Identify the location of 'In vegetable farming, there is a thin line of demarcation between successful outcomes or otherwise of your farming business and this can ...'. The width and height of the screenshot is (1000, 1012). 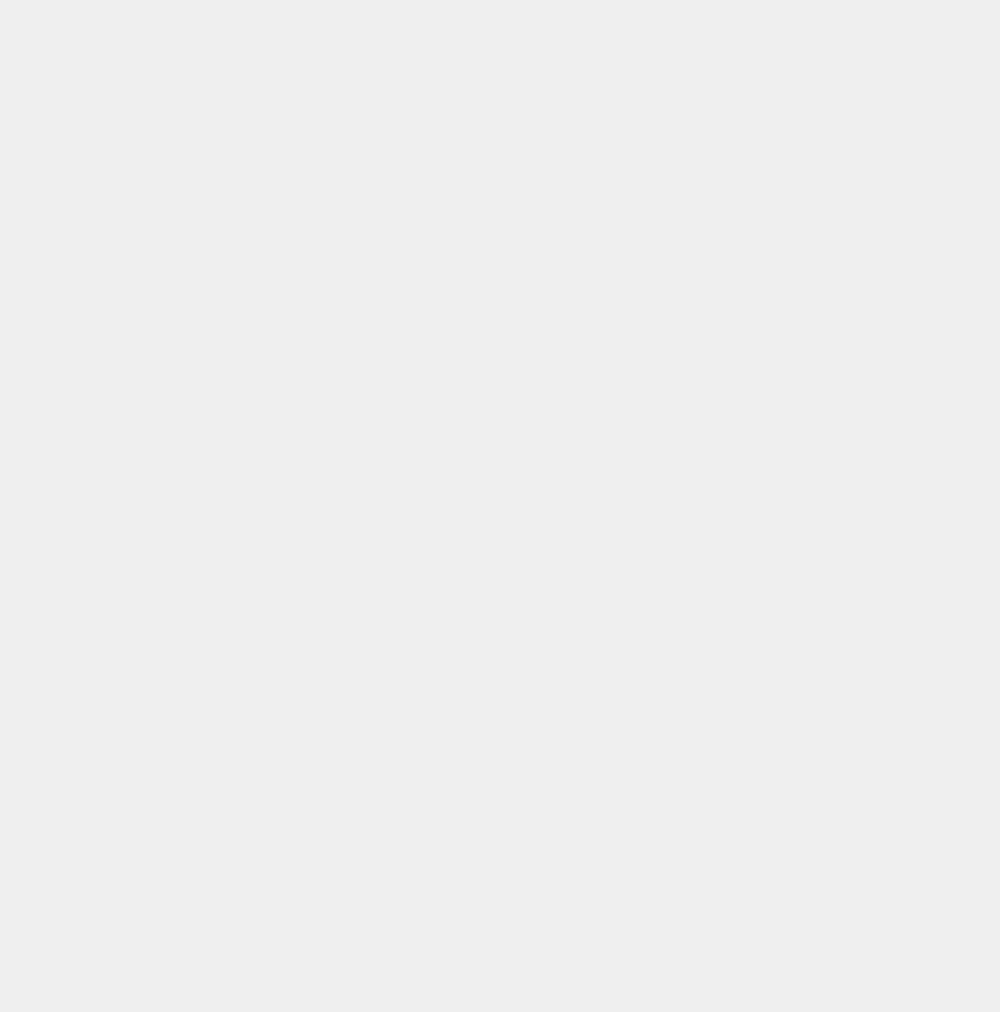
(454, 722).